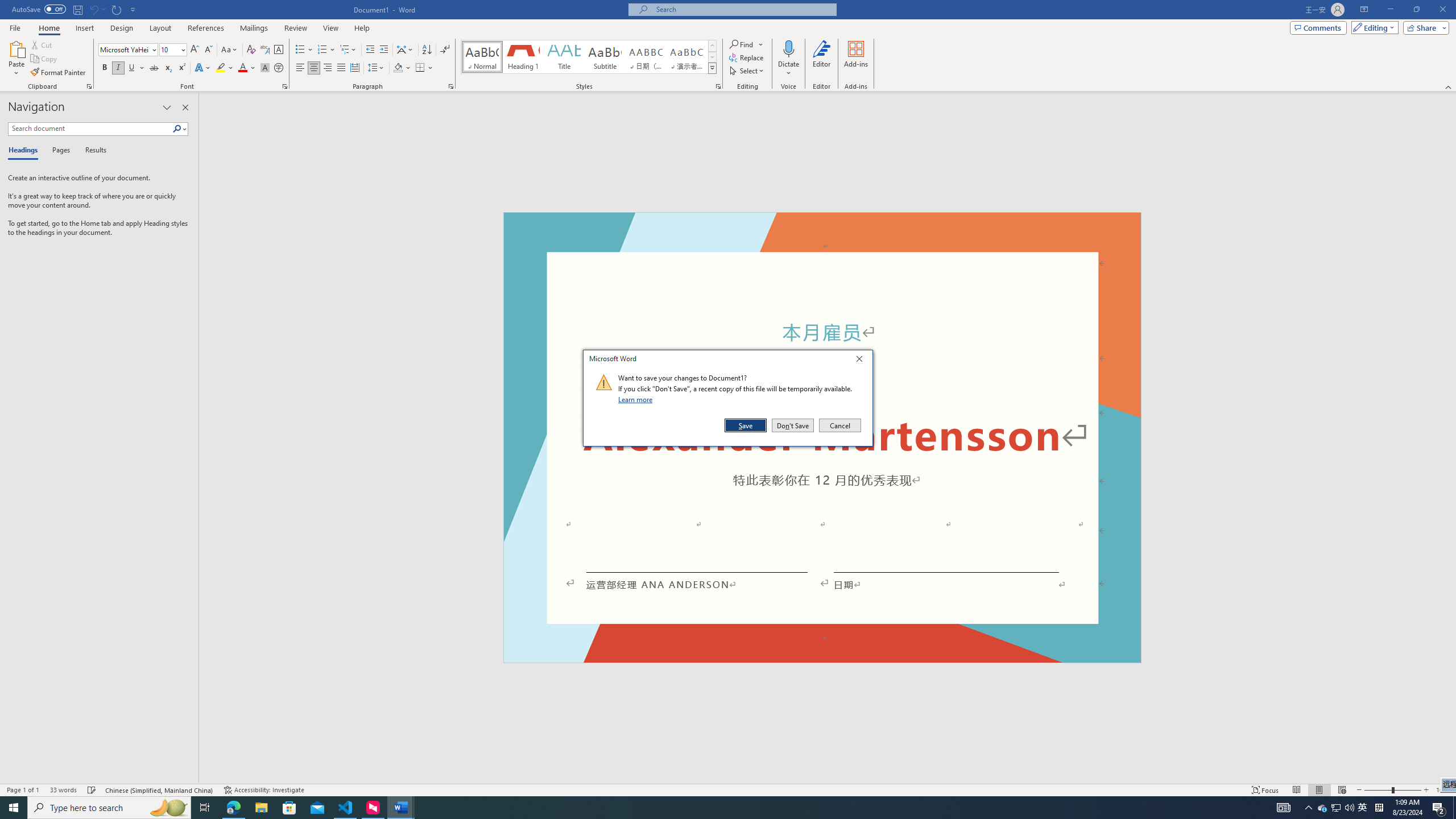  I want to click on 'Font Size', so click(172, 49).